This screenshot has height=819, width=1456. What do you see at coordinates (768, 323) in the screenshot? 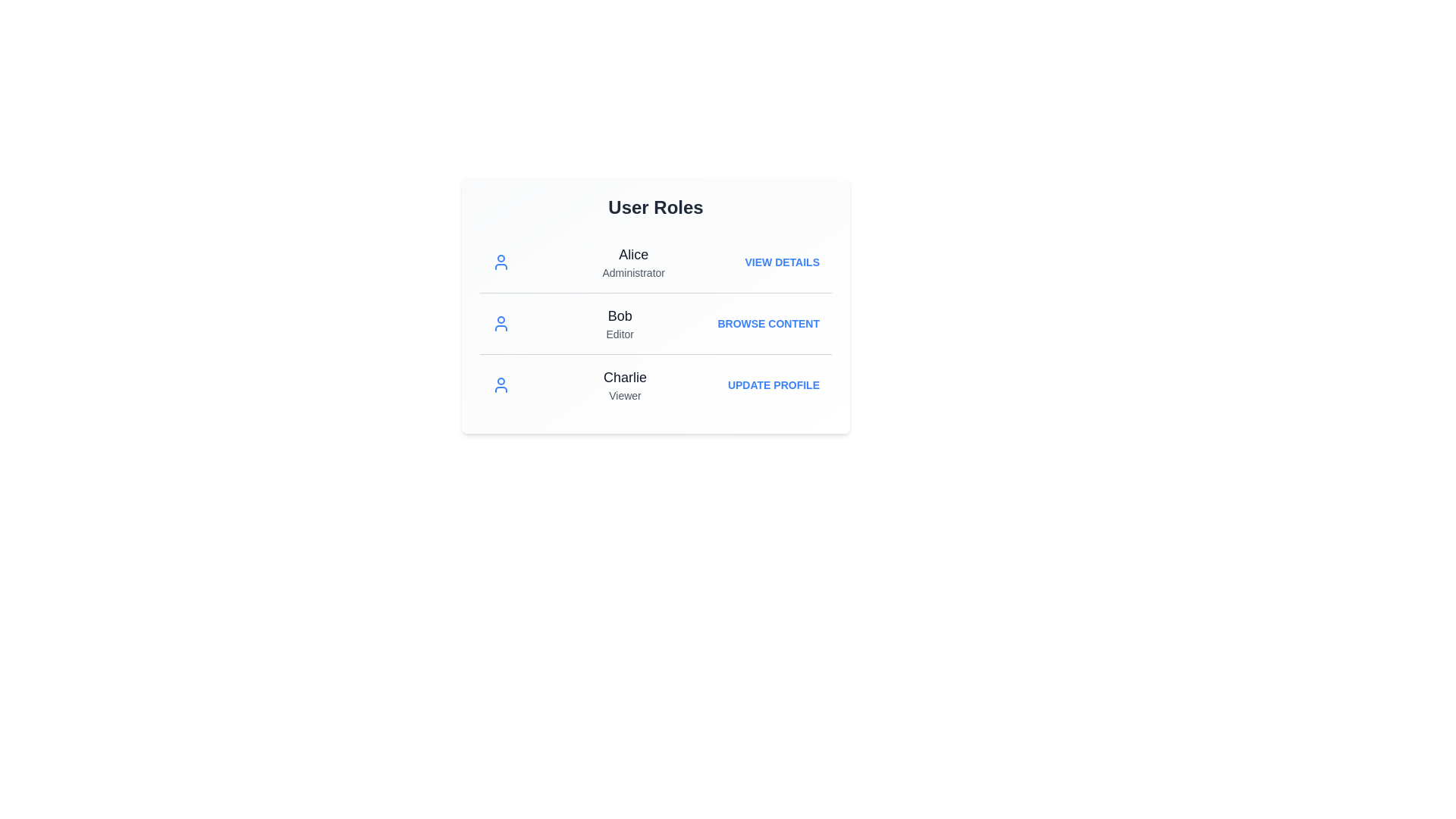
I see `the static text label located on the right side of the list item for 'Bob - Editor' in the 'User Roles' table, which is adjacent to the text 'Editor'` at bounding box center [768, 323].